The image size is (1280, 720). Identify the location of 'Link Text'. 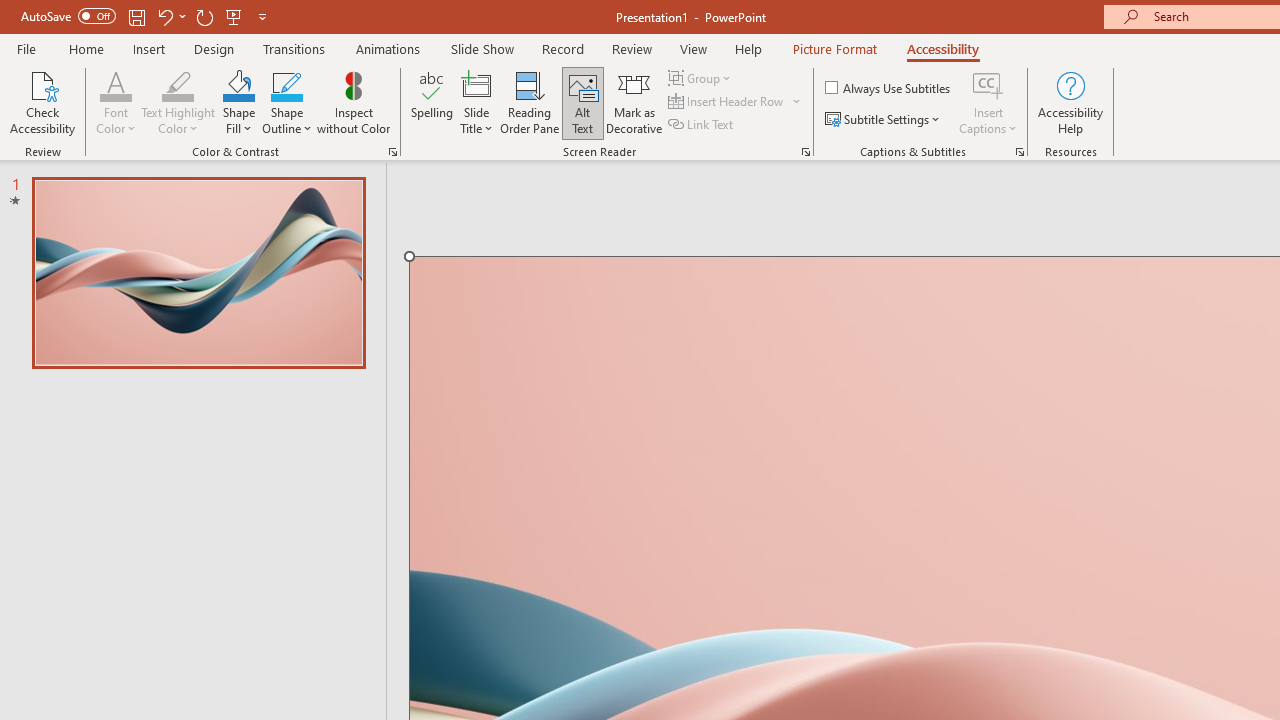
(702, 124).